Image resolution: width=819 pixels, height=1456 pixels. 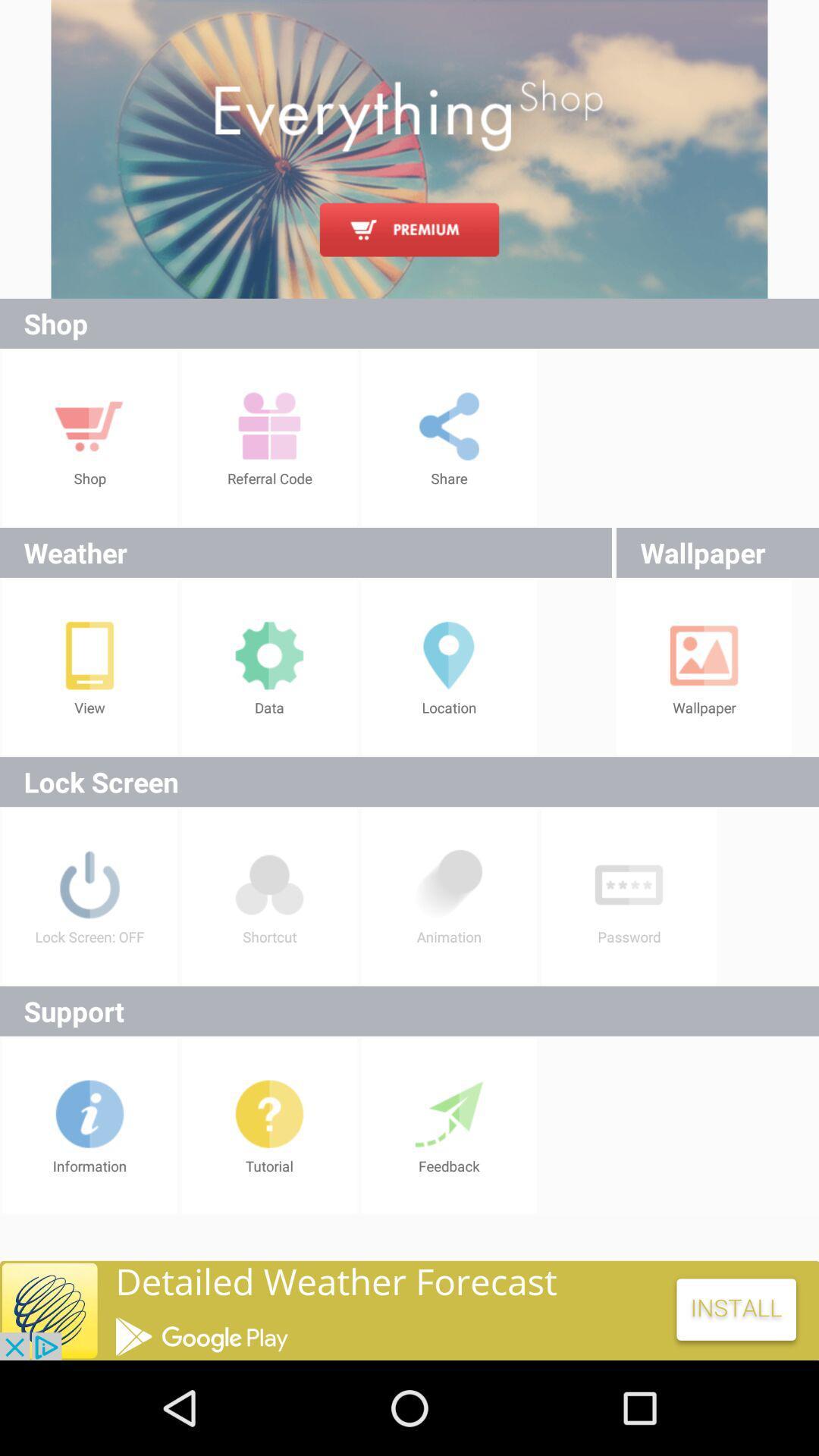 I want to click on advertisement at bottom, so click(x=409, y=1310).